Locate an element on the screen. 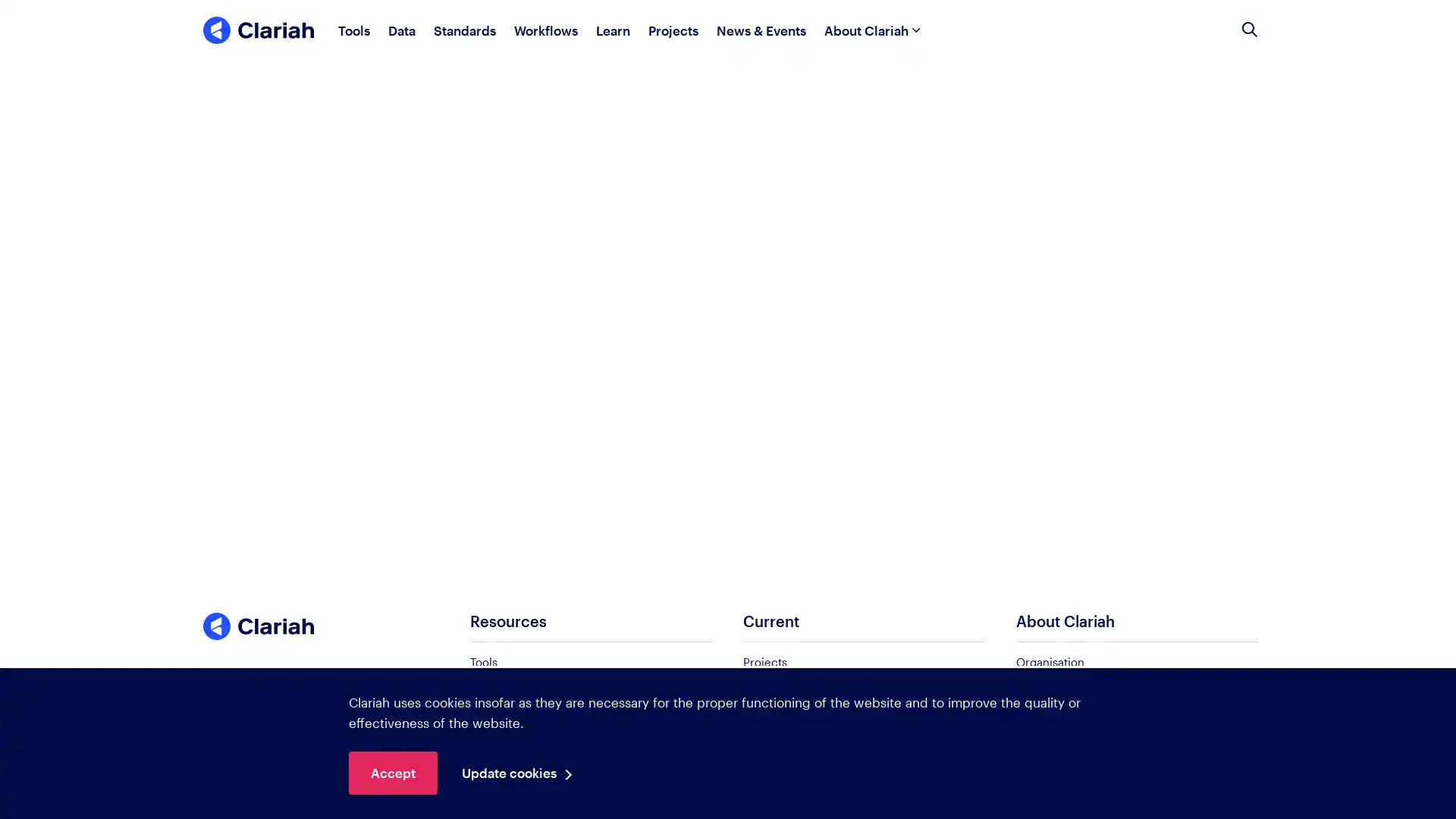 This screenshot has height=819, width=1456. Update cookies is located at coordinates (521, 773).